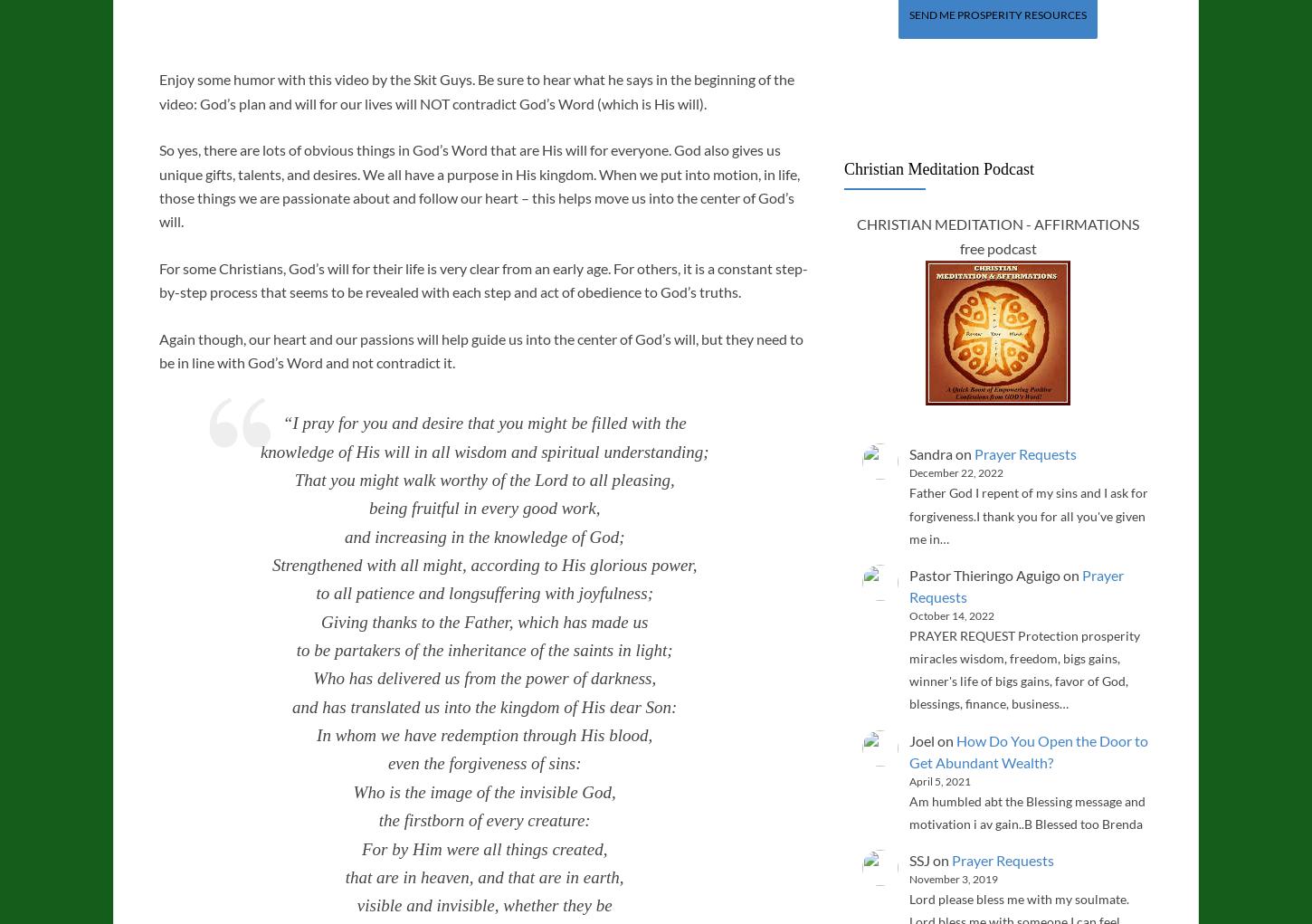 The width and height of the screenshot is (1312, 924). What do you see at coordinates (483, 279) in the screenshot?
I see `'For some Christians, God’s will for their life is very clear from an early age. For others, it is a constant step-by-step process that seems to be revealed with each step and act of obedience to God’s truths.'` at bounding box center [483, 279].